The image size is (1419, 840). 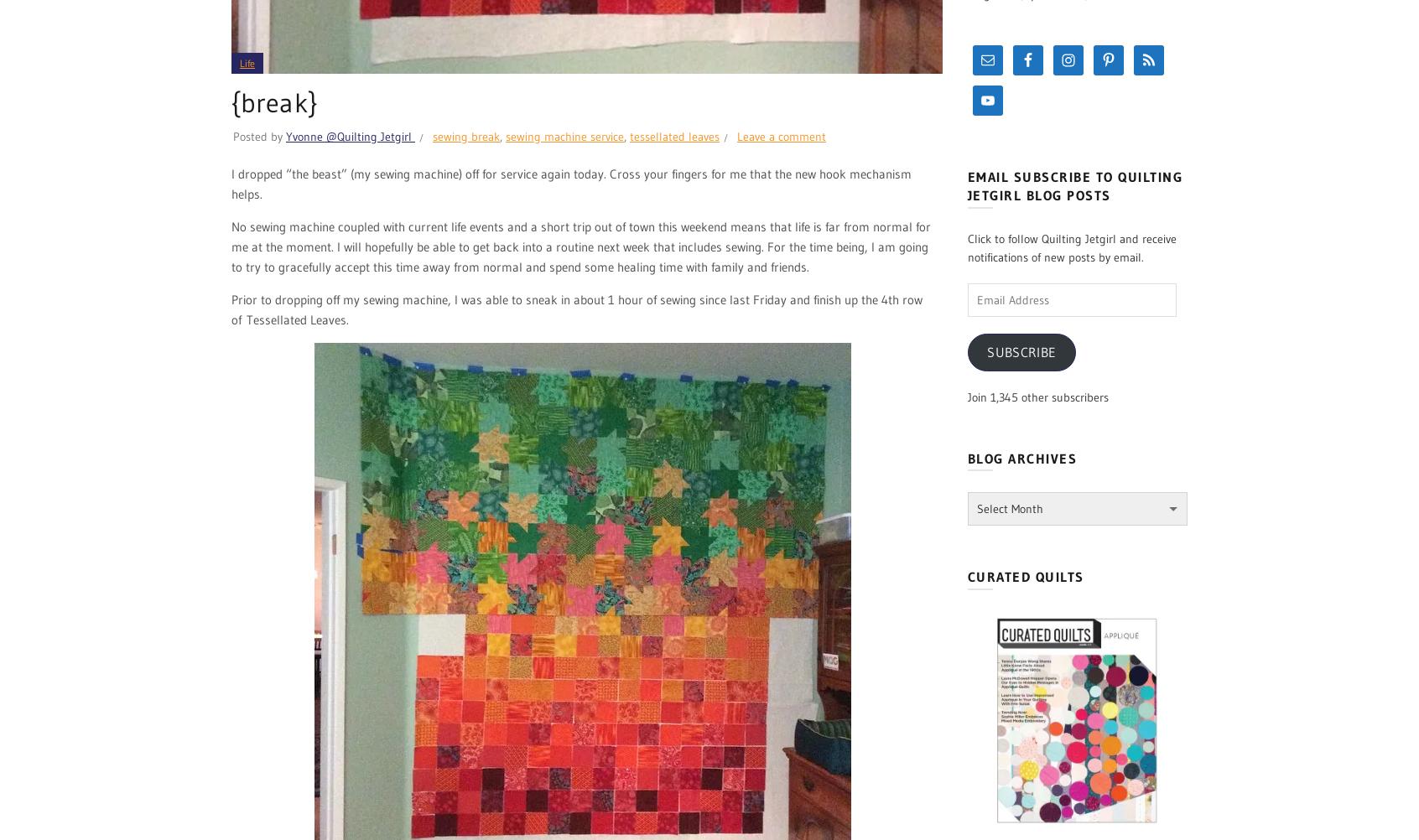 What do you see at coordinates (231, 309) in the screenshot?
I see `'Prior to dropping off my sewing machine, I was able to sneak in about 1 hour of sewing since last Friday and finish up the 4th row of Tessellated Leaves.'` at bounding box center [231, 309].